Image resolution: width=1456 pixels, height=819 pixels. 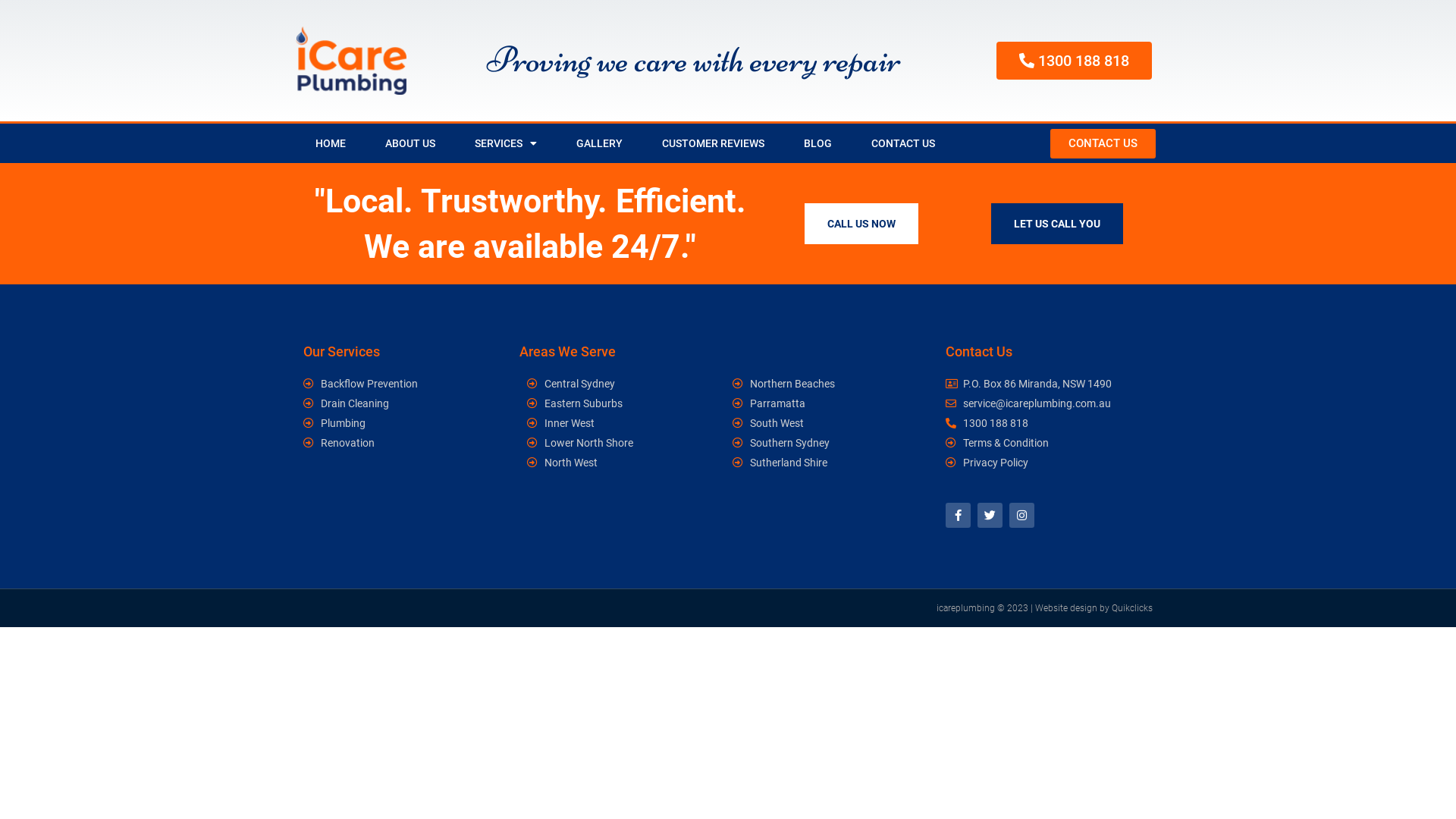 What do you see at coordinates (373, 403) in the screenshot?
I see `'Drain Cleaning'` at bounding box center [373, 403].